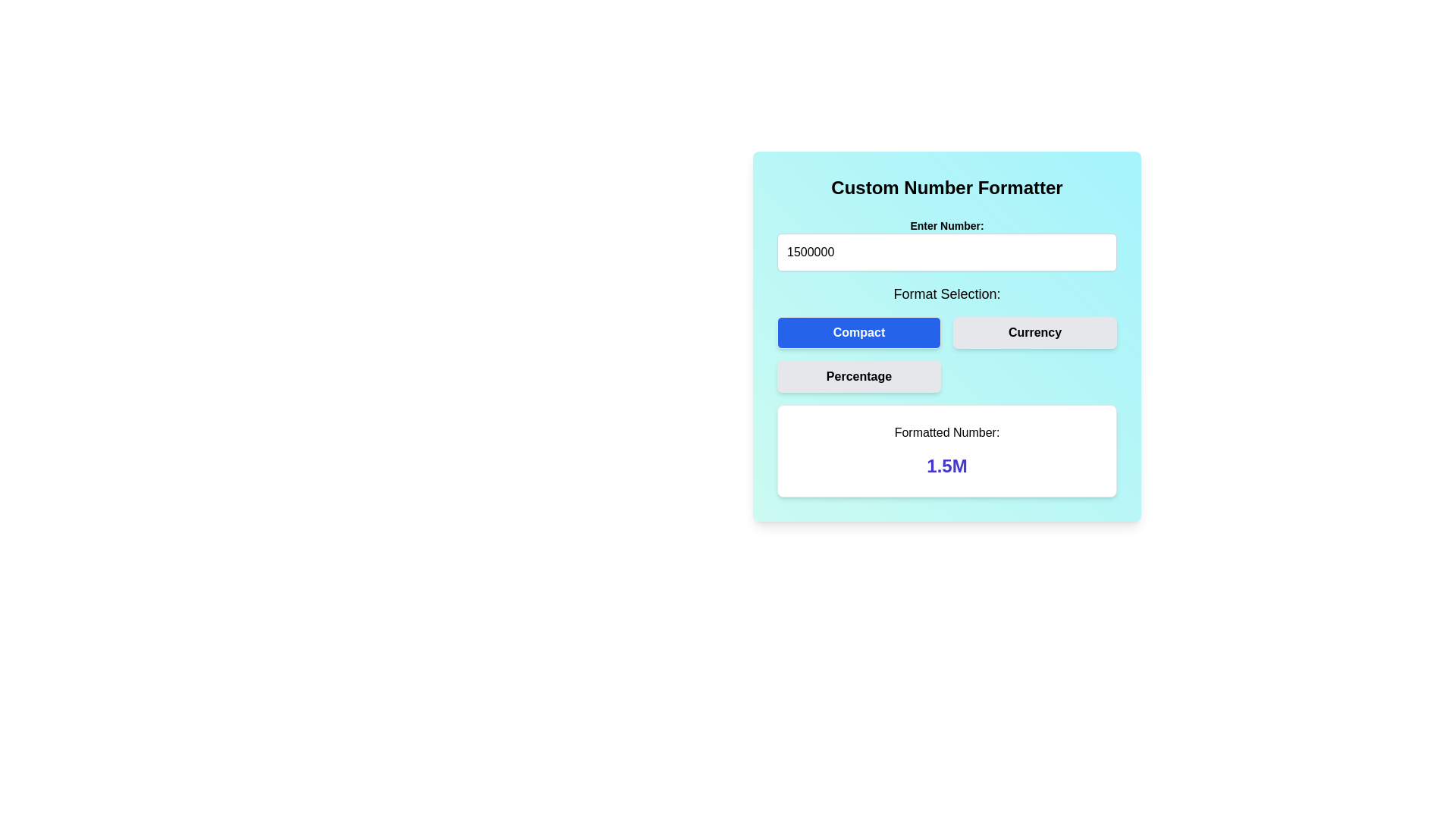 Image resolution: width=1456 pixels, height=819 pixels. I want to click on the 'Compact' button with a deep blue background and white text, so click(946, 335).